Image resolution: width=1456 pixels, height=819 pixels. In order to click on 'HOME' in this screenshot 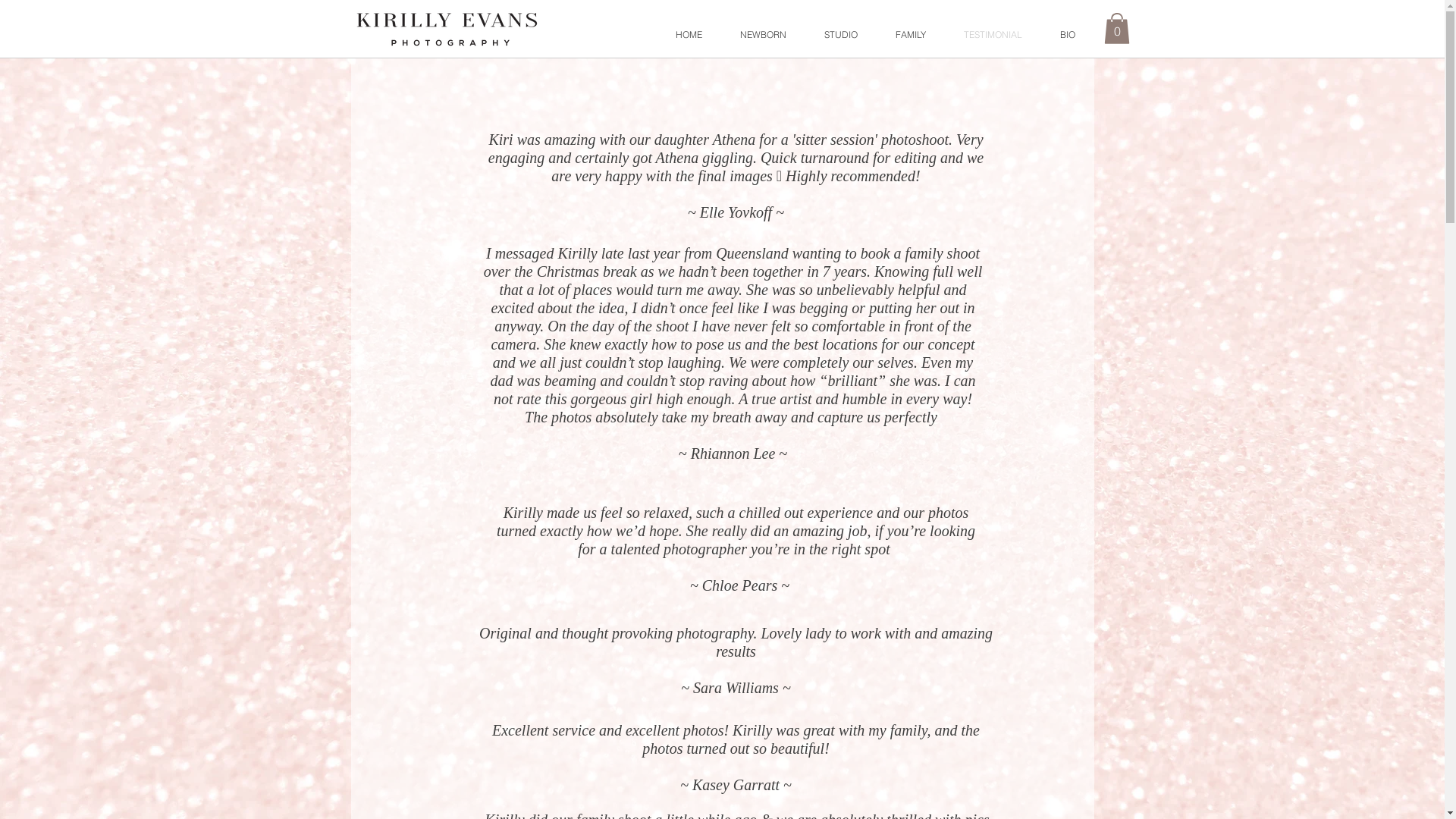, I will do `click(688, 34)`.